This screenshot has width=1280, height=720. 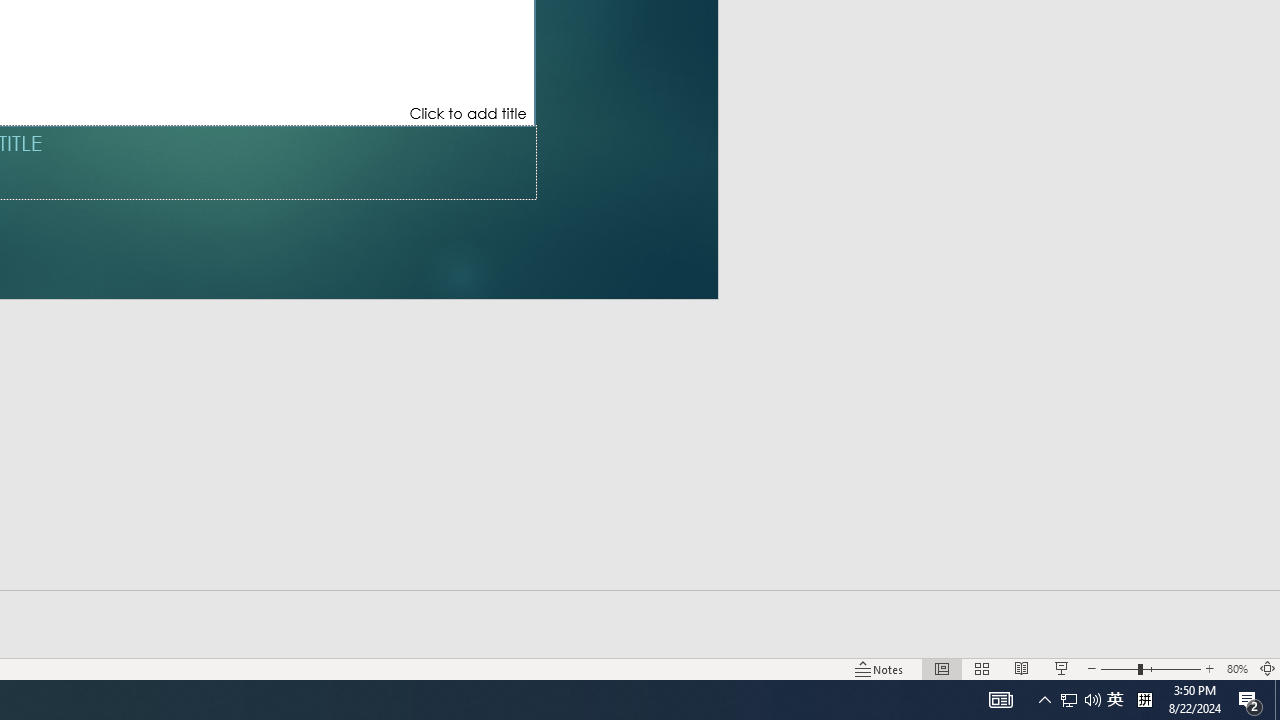 I want to click on 'Notes ', so click(x=879, y=669).